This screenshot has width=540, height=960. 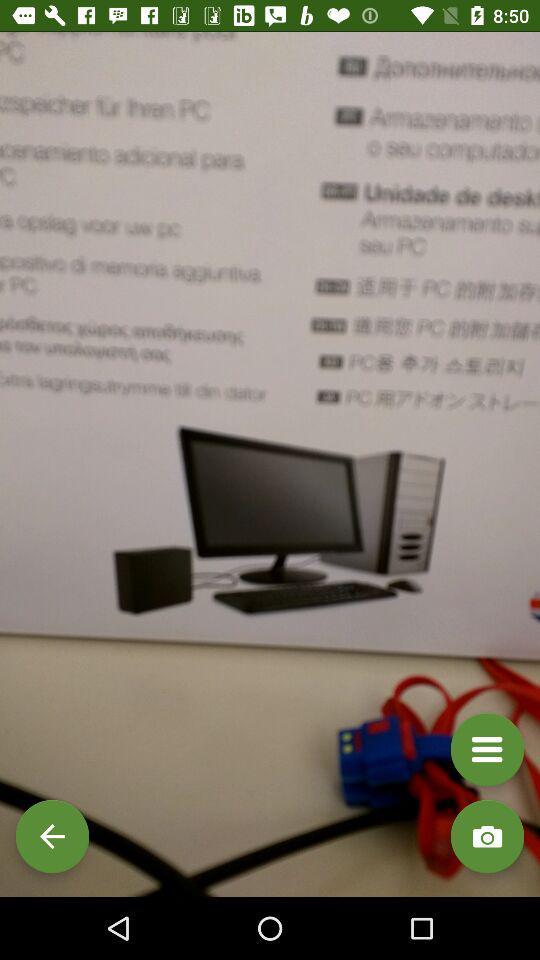 What do you see at coordinates (486, 748) in the screenshot?
I see `the menu icon` at bounding box center [486, 748].